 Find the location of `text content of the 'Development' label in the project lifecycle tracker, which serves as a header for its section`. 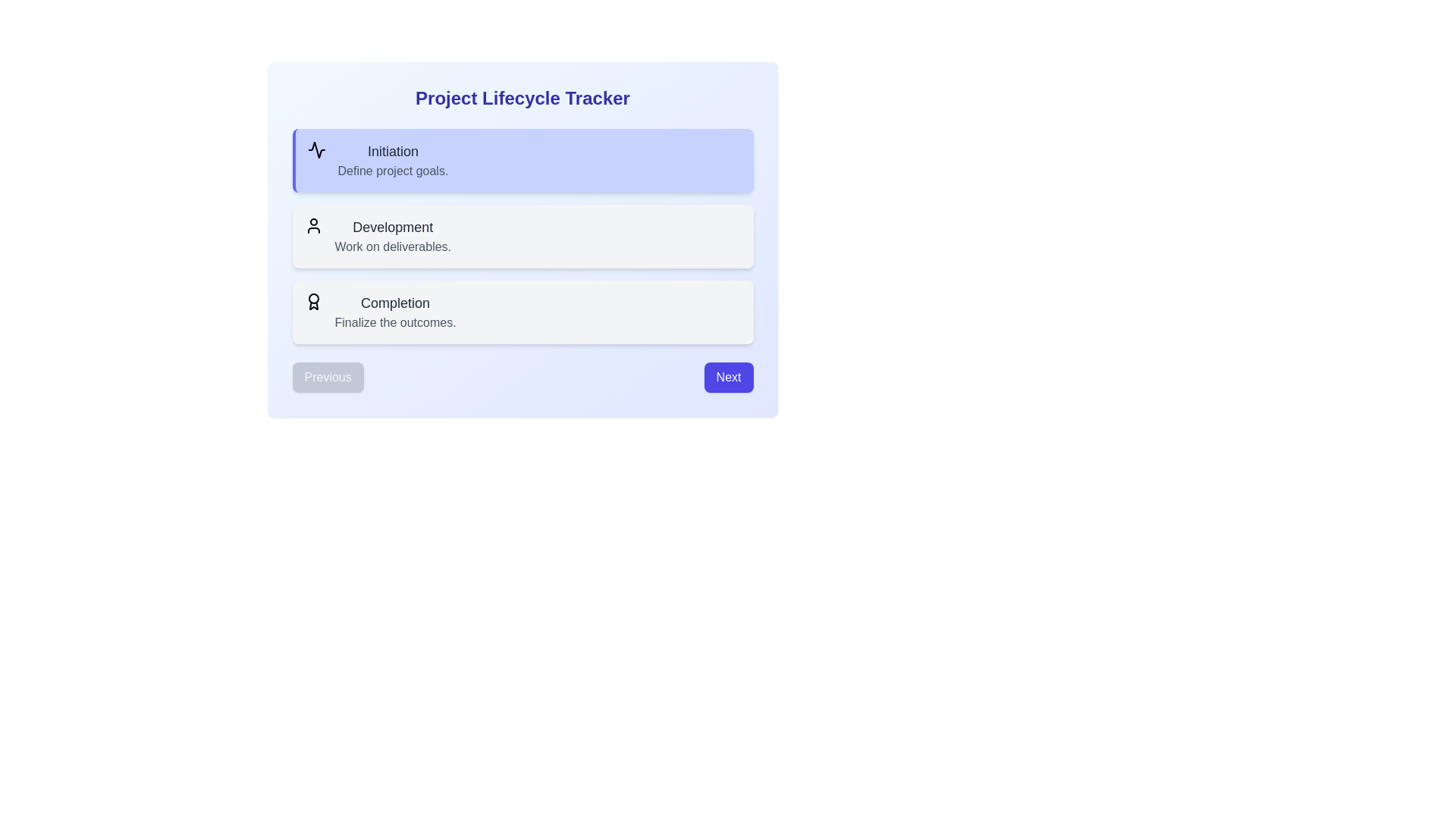

text content of the 'Development' label in the project lifecycle tracker, which serves as a header for its section is located at coordinates (393, 227).